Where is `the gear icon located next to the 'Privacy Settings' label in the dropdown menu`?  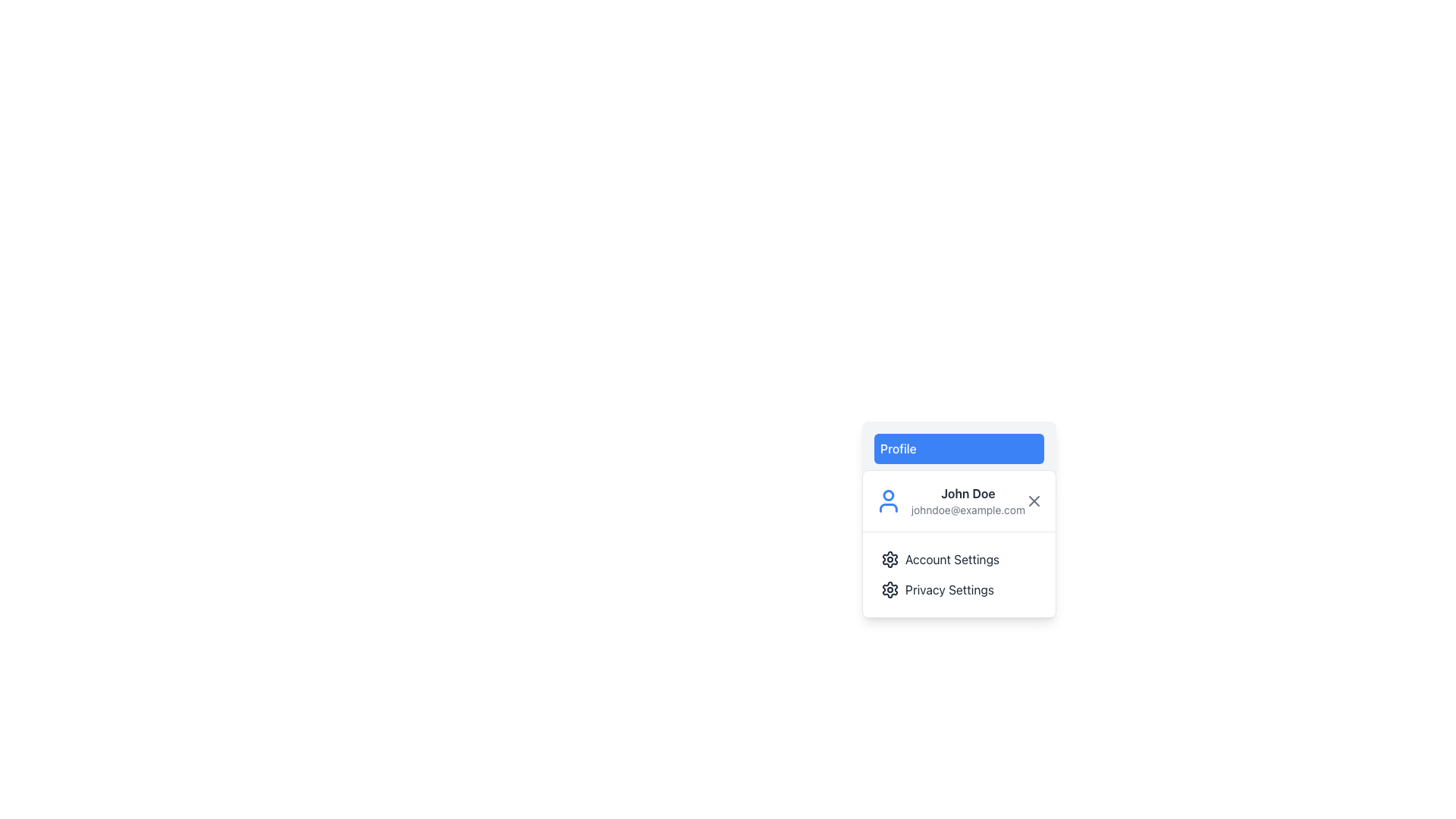 the gear icon located next to the 'Privacy Settings' label in the dropdown menu is located at coordinates (890, 589).